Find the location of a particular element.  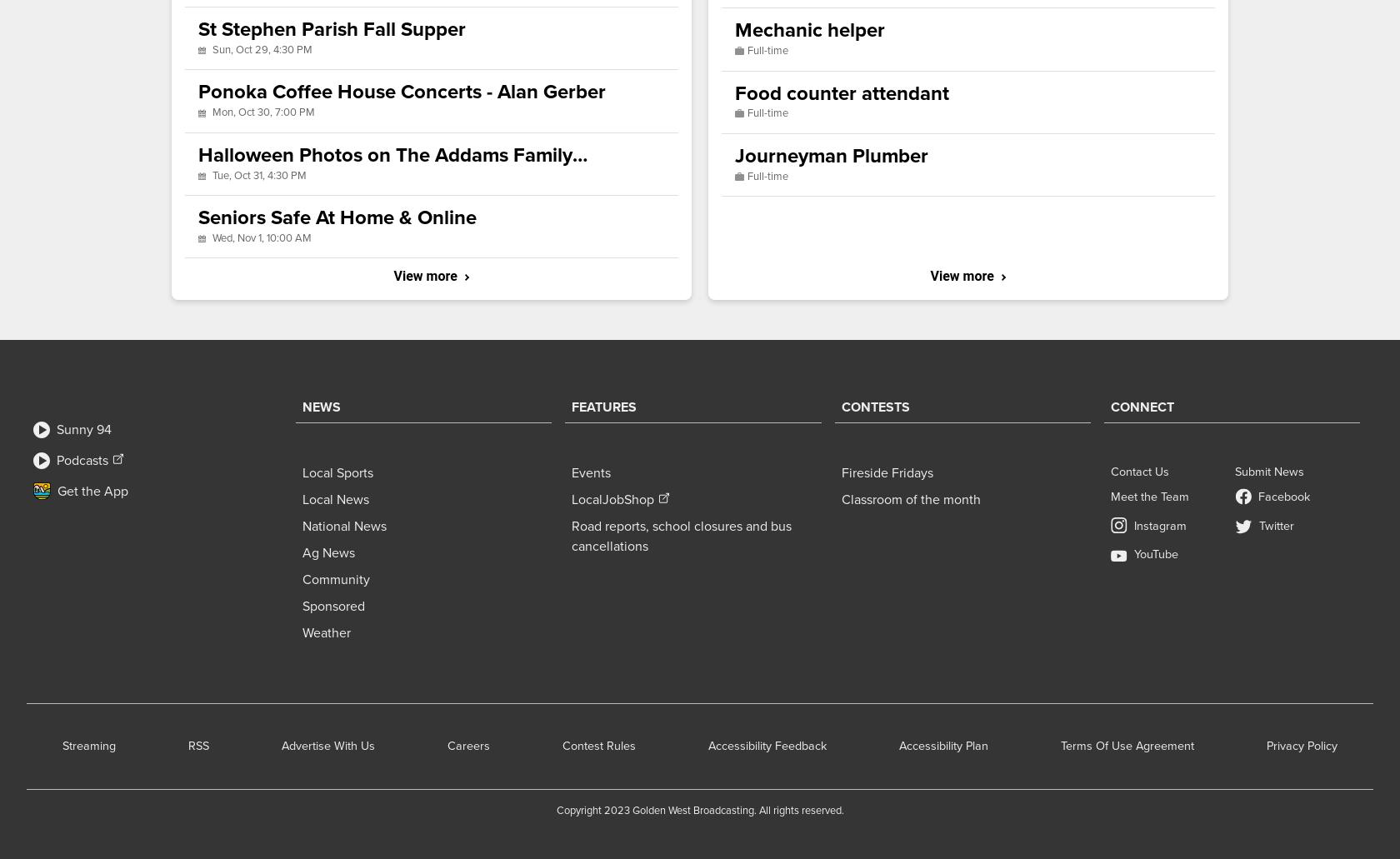

'Facebook' is located at coordinates (1284, 496).